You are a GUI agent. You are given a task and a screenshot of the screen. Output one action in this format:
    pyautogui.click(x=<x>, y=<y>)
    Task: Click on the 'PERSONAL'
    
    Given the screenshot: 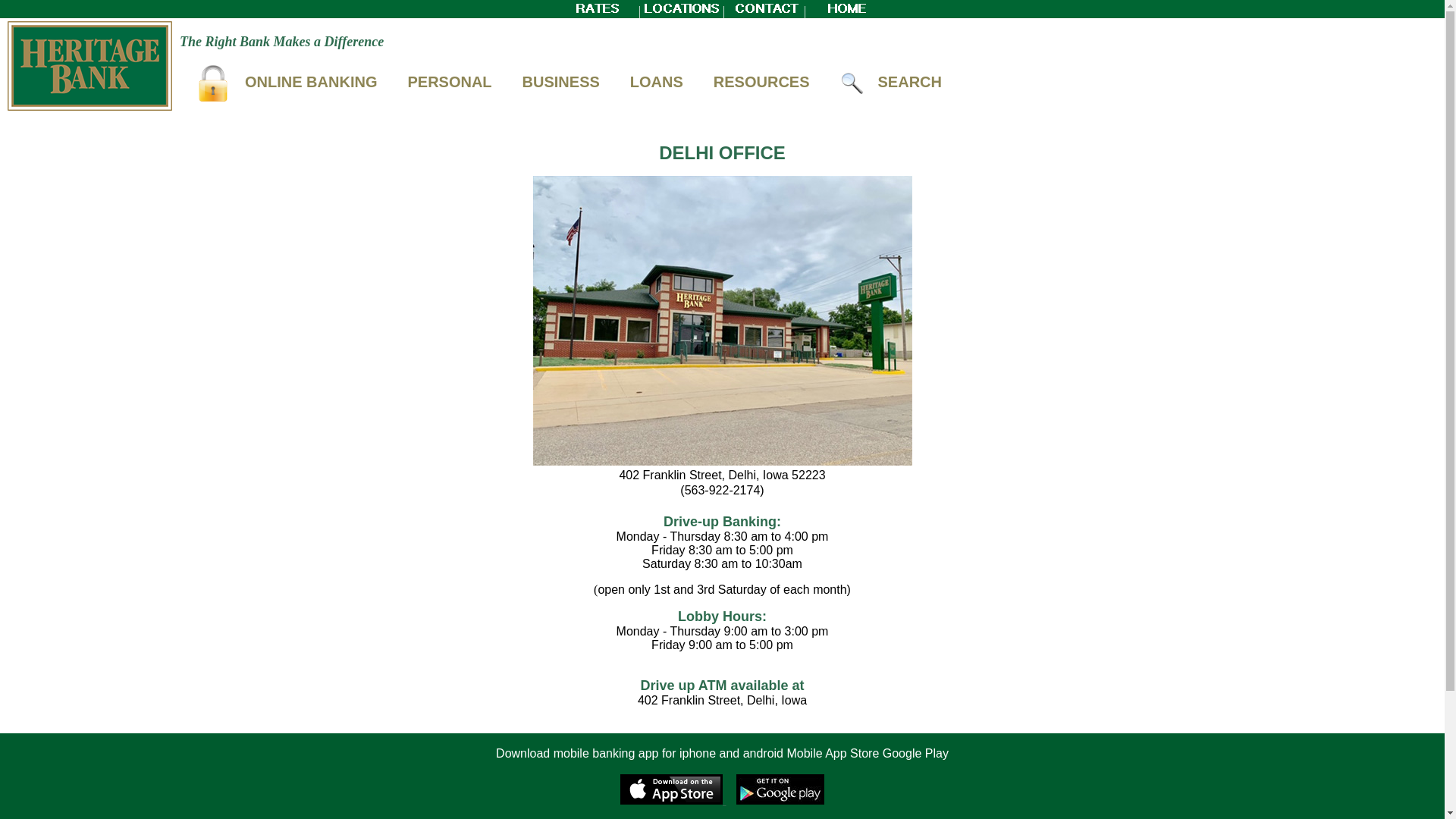 What is the action you would take?
    pyautogui.click(x=448, y=82)
    